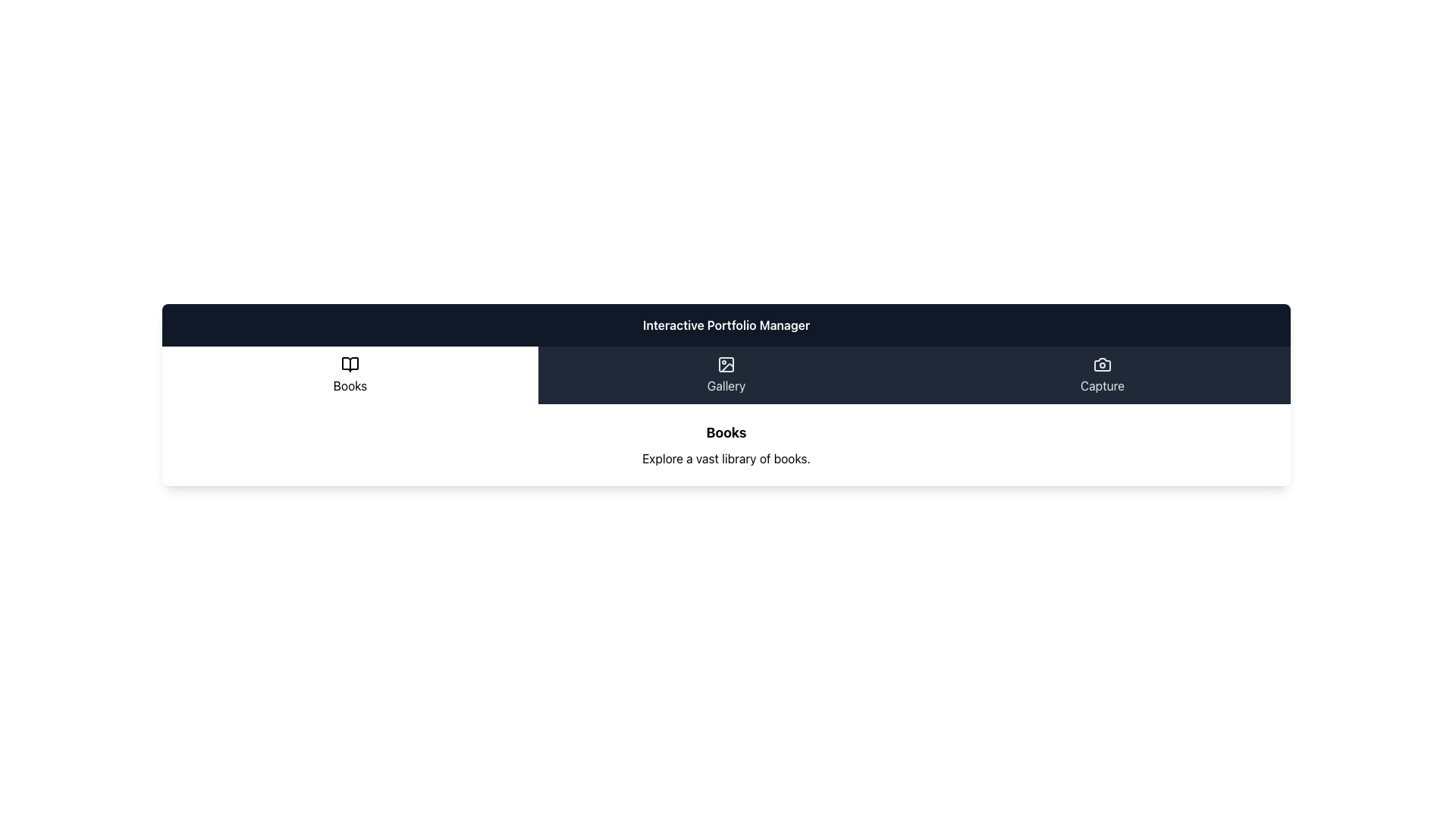  I want to click on the text label that provides a description or title for its associated functionality, located in the bottom section of the interface below a camera icon, so click(1103, 385).